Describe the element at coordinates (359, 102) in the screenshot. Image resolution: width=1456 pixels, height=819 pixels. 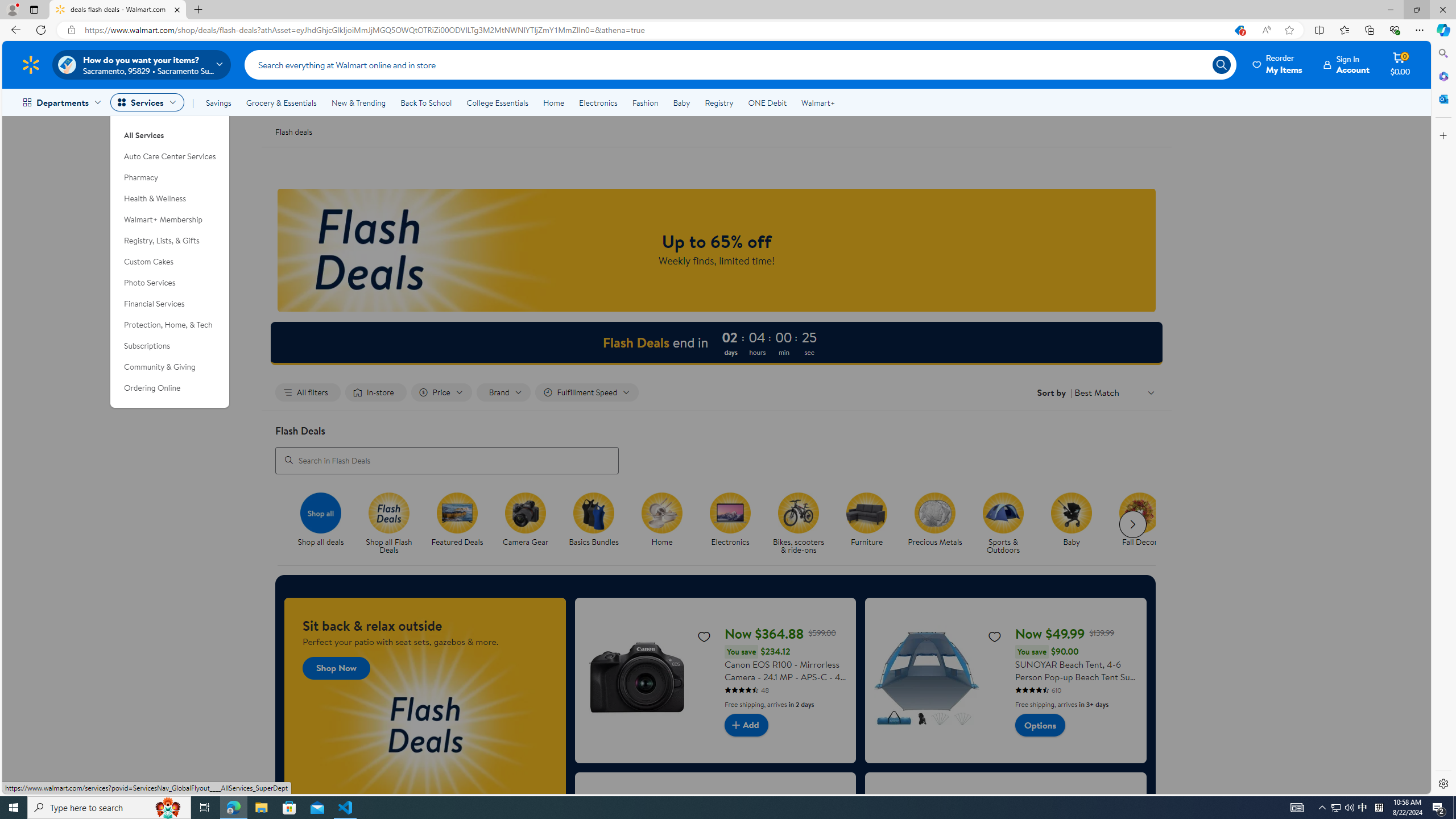
I see `'New & Trending'` at that location.